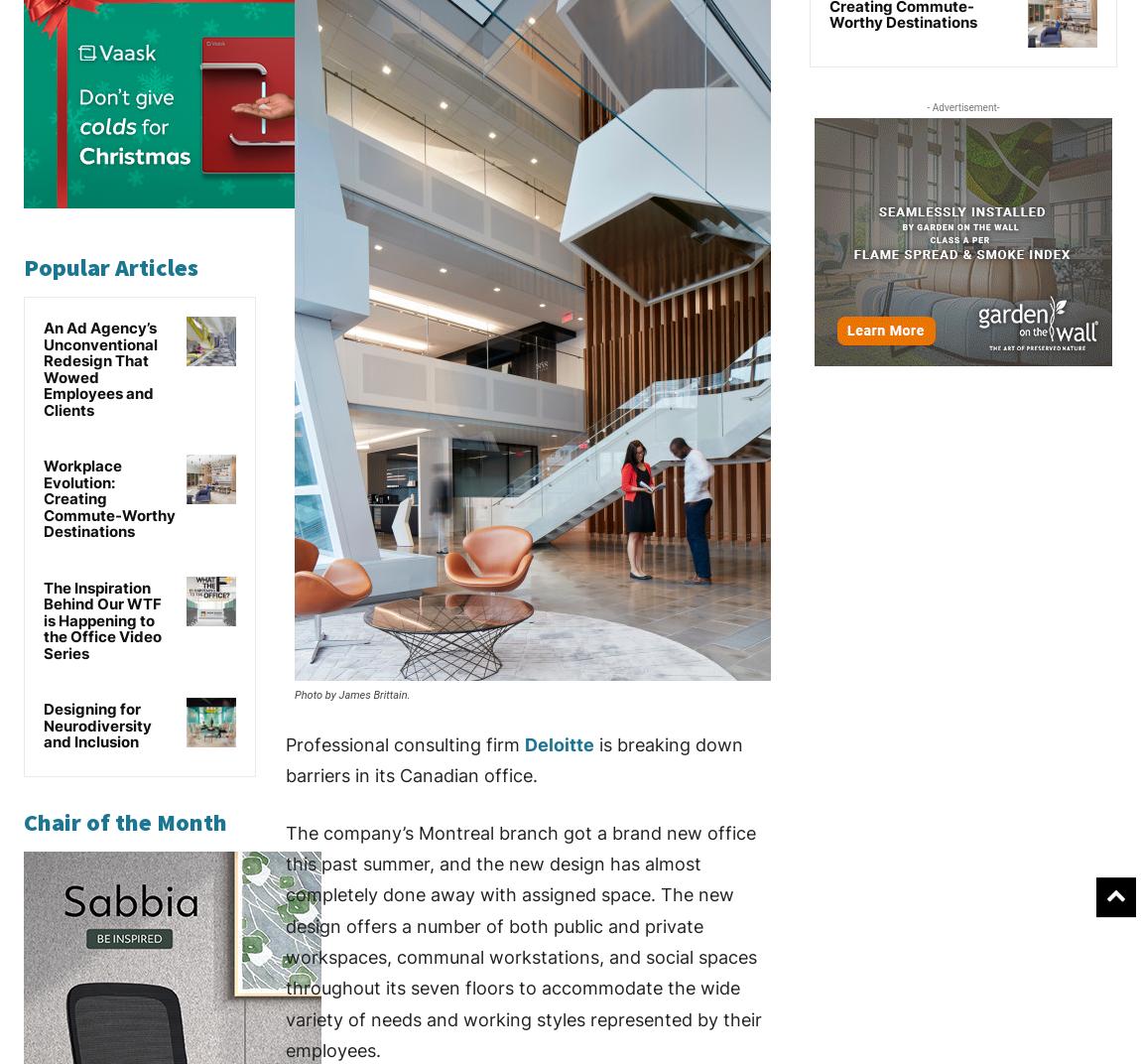 Image resolution: width=1141 pixels, height=1064 pixels. Describe the element at coordinates (962, 107) in the screenshot. I see `'- Advertisement-'` at that location.